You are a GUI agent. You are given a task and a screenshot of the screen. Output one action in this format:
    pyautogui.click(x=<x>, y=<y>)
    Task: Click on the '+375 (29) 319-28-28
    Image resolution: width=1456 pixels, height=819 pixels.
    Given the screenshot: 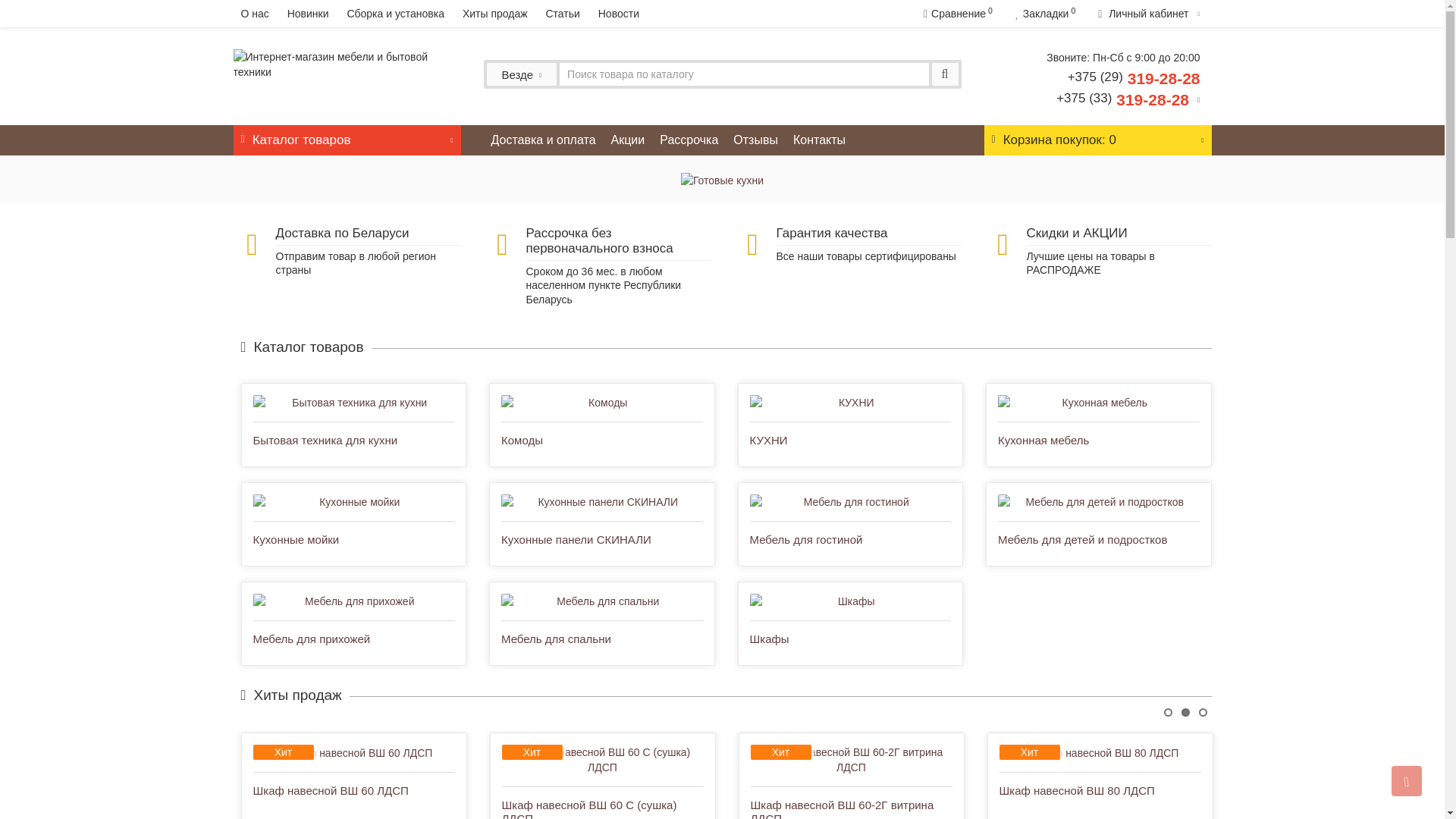 What is the action you would take?
    pyautogui.click(x=1128, y=87)
    